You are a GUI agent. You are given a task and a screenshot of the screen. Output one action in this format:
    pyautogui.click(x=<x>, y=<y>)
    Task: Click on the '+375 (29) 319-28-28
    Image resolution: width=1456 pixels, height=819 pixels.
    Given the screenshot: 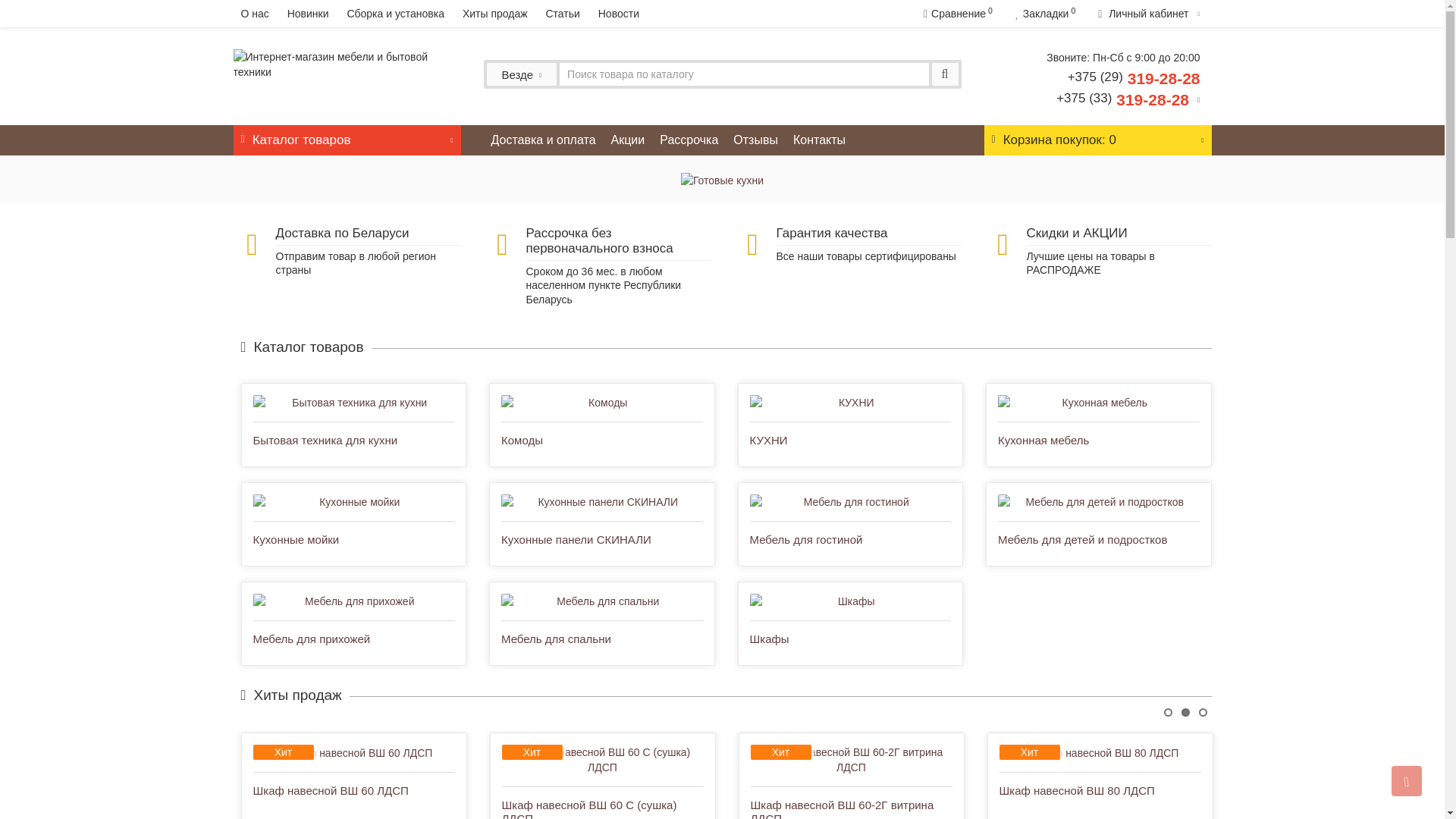 What is the action you would take?
    pyautogui.click(x=1128, y=87)
    